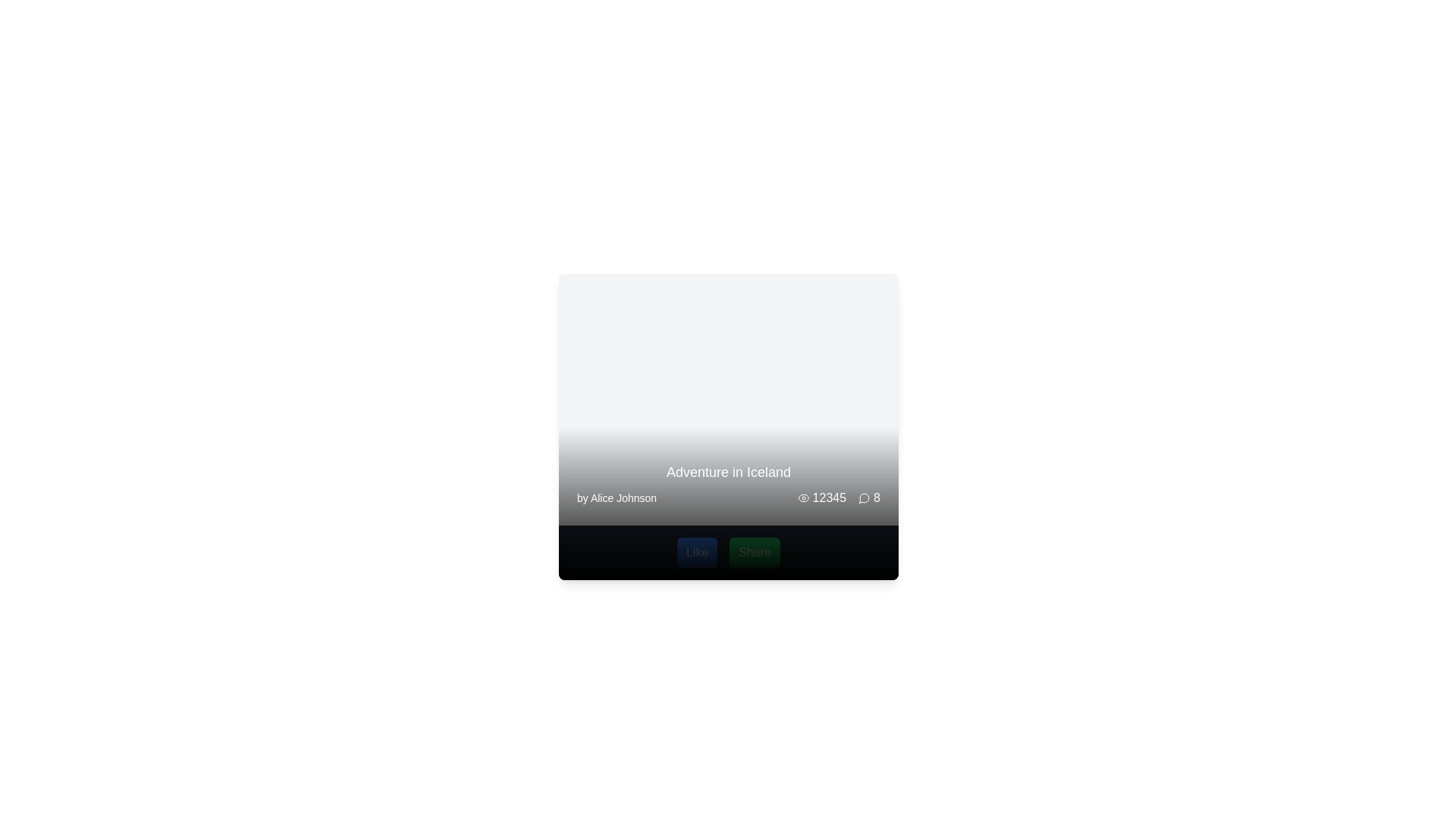 This screenshot has height=819, width=1456. I want to click on the text element displaying 'Adventure in Iceland', which is styled in a large, bold white font against a darker gradient background, located at the top of its section, so click(728, 472).